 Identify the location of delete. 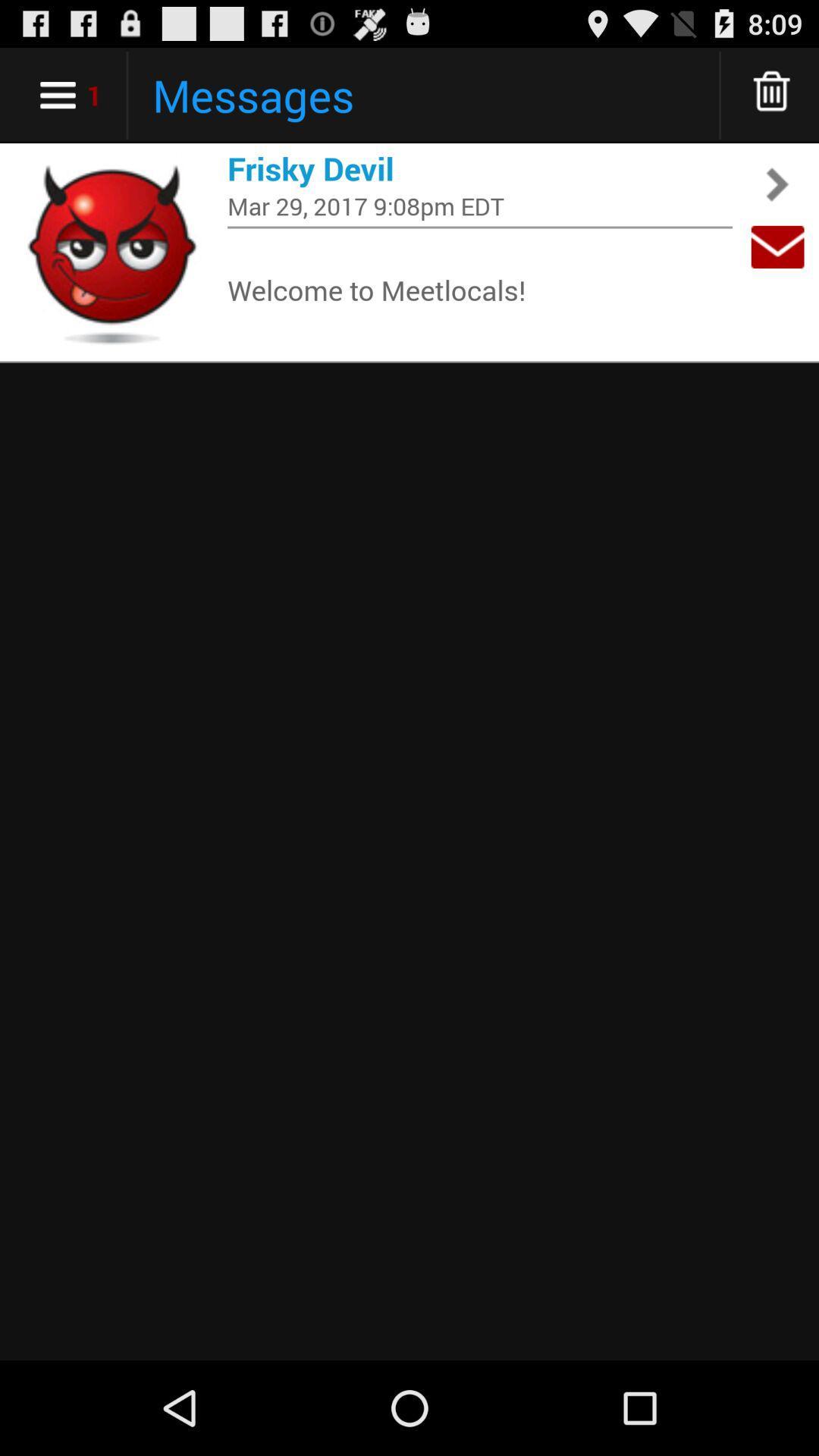
(772, 94).